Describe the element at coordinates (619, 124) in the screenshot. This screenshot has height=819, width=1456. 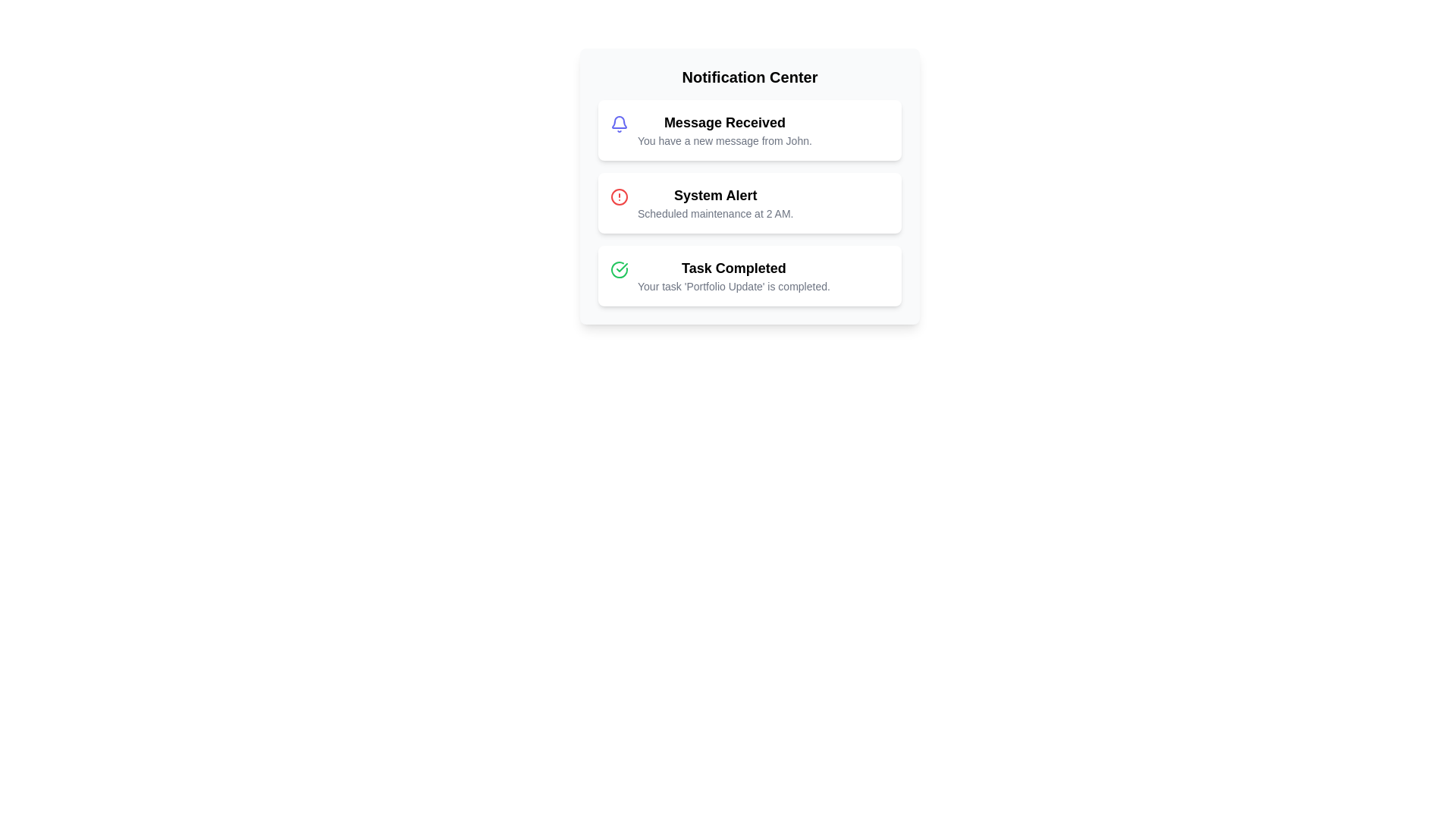
I see `the icon associated with the notification's status for Message Received` at that location.